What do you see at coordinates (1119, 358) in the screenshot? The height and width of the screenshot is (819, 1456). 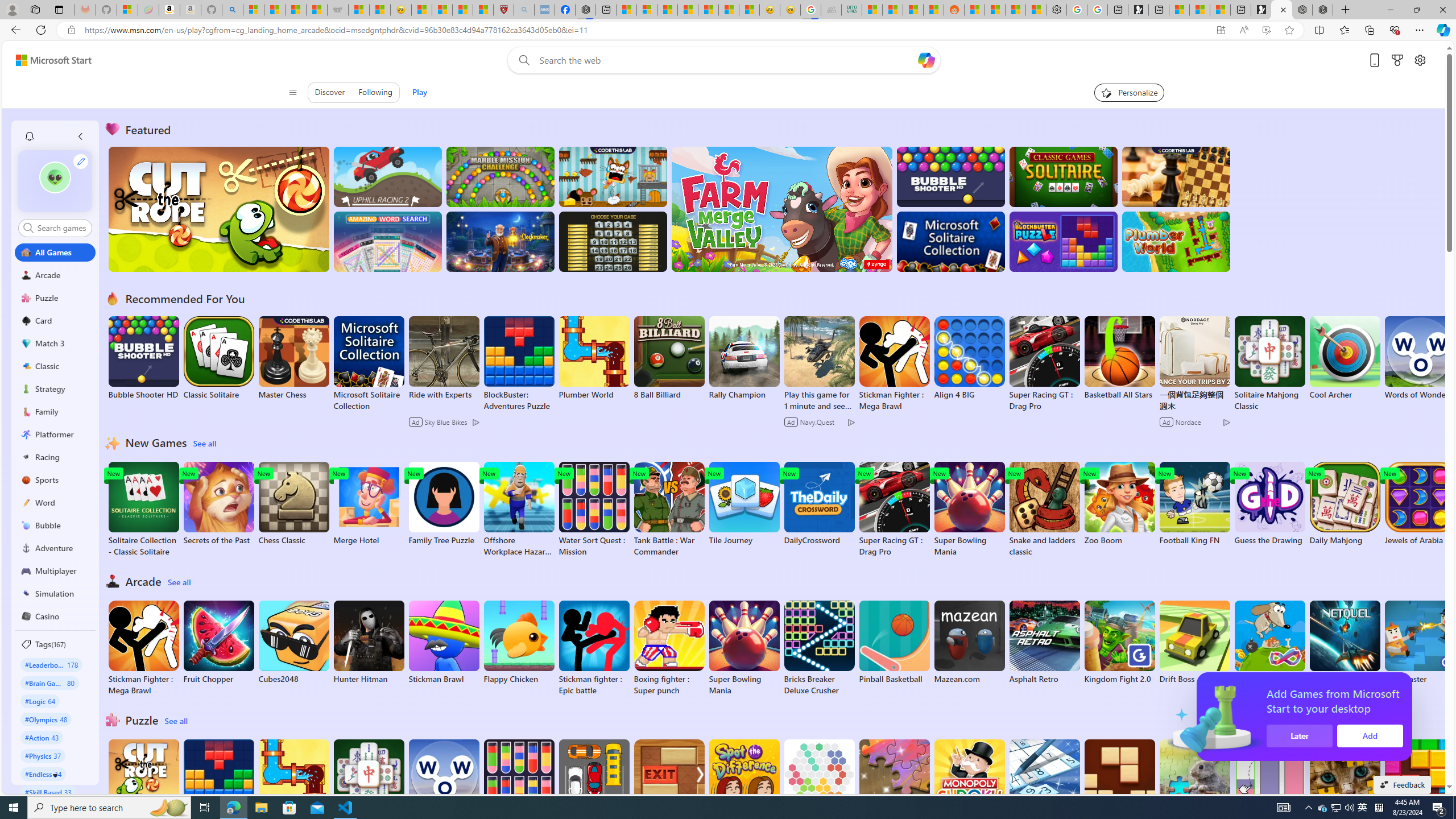 I see `'Basketball All Stars'` at bounding box center [1119, 358].